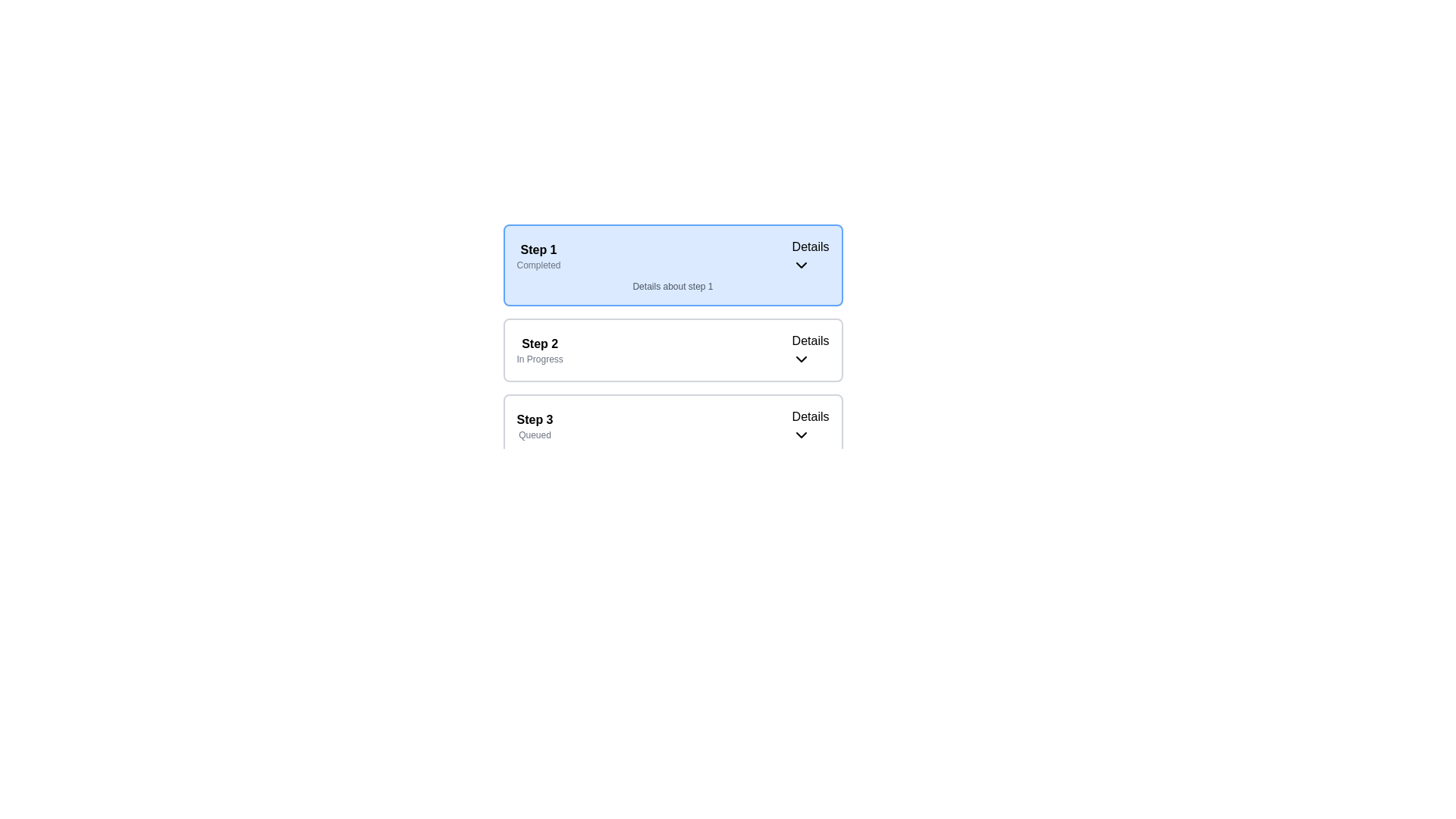 This screenshot has height=819, width=1456. I want to click on the second card representing Step 2 in the process, which displays the status 'In Progress' and includes a 'Details' dropdown, so click(672, 341).